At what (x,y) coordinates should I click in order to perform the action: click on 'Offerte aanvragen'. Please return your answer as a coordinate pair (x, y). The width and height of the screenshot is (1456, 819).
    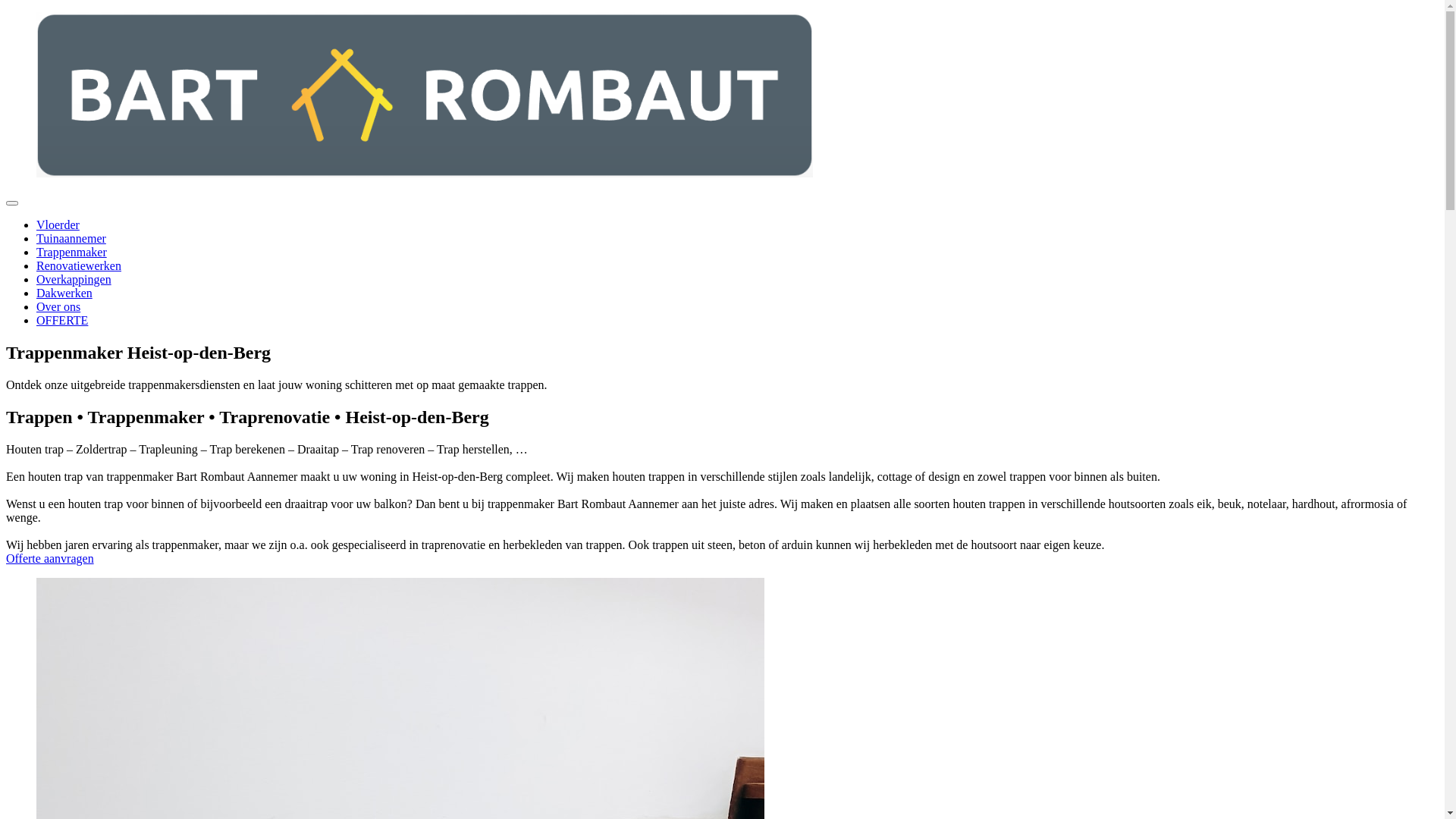
    Looking at the image, I should click on (50, 558).